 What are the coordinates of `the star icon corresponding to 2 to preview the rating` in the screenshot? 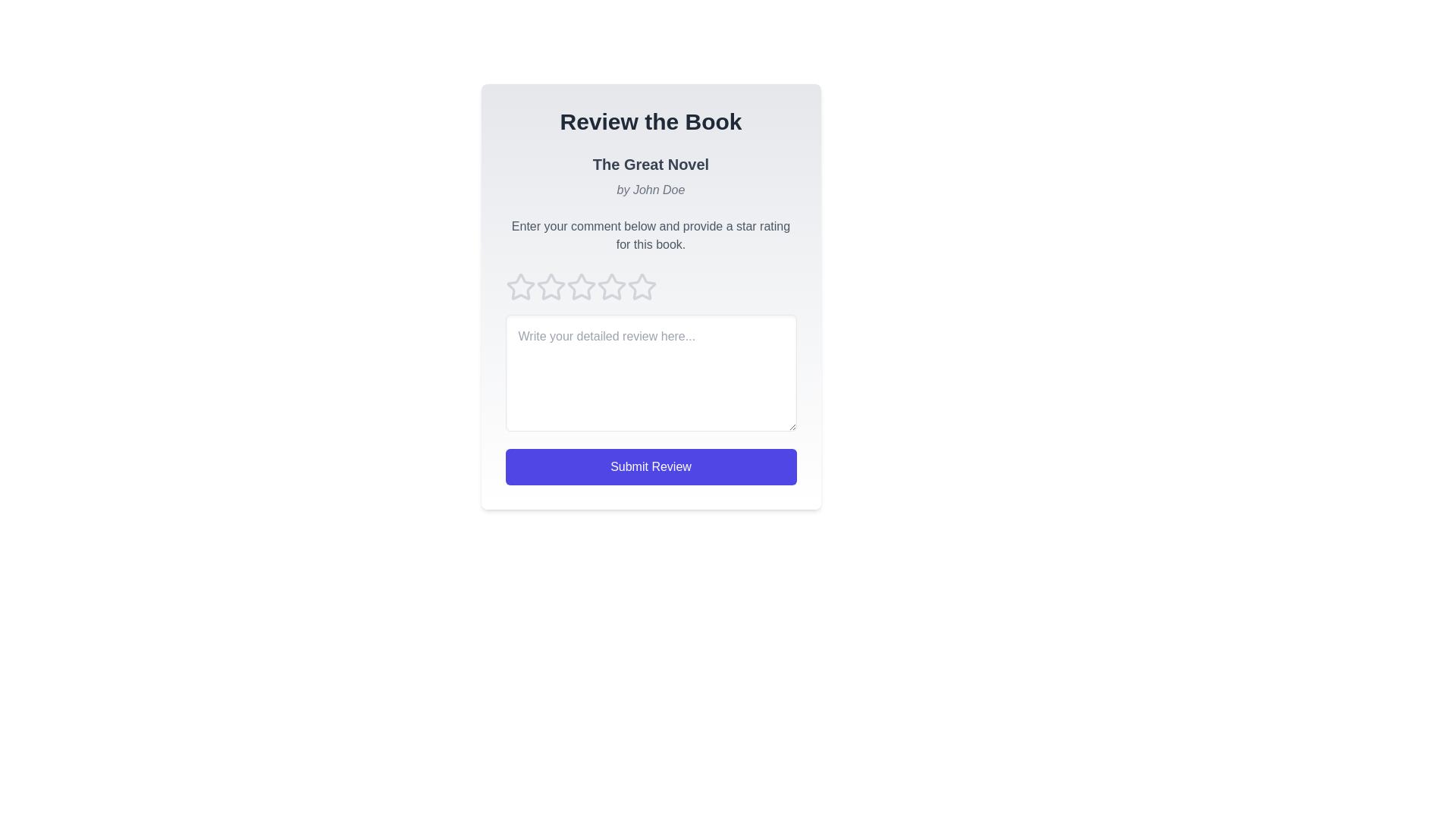 It's located at (550, 287).